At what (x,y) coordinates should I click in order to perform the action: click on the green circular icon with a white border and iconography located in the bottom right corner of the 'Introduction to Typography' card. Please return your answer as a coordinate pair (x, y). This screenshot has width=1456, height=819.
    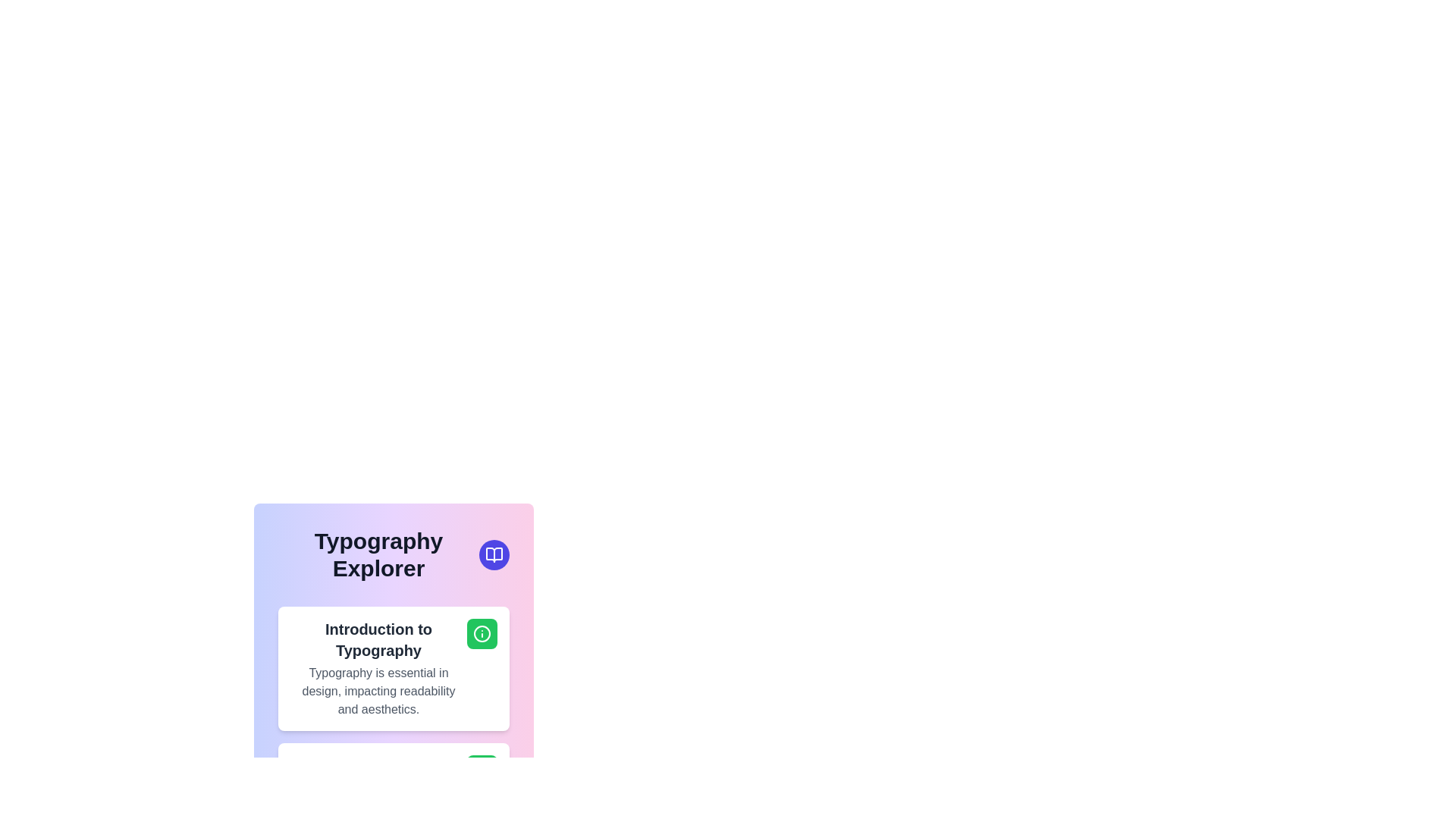
    Looking at the image, I should click on (481, 634).